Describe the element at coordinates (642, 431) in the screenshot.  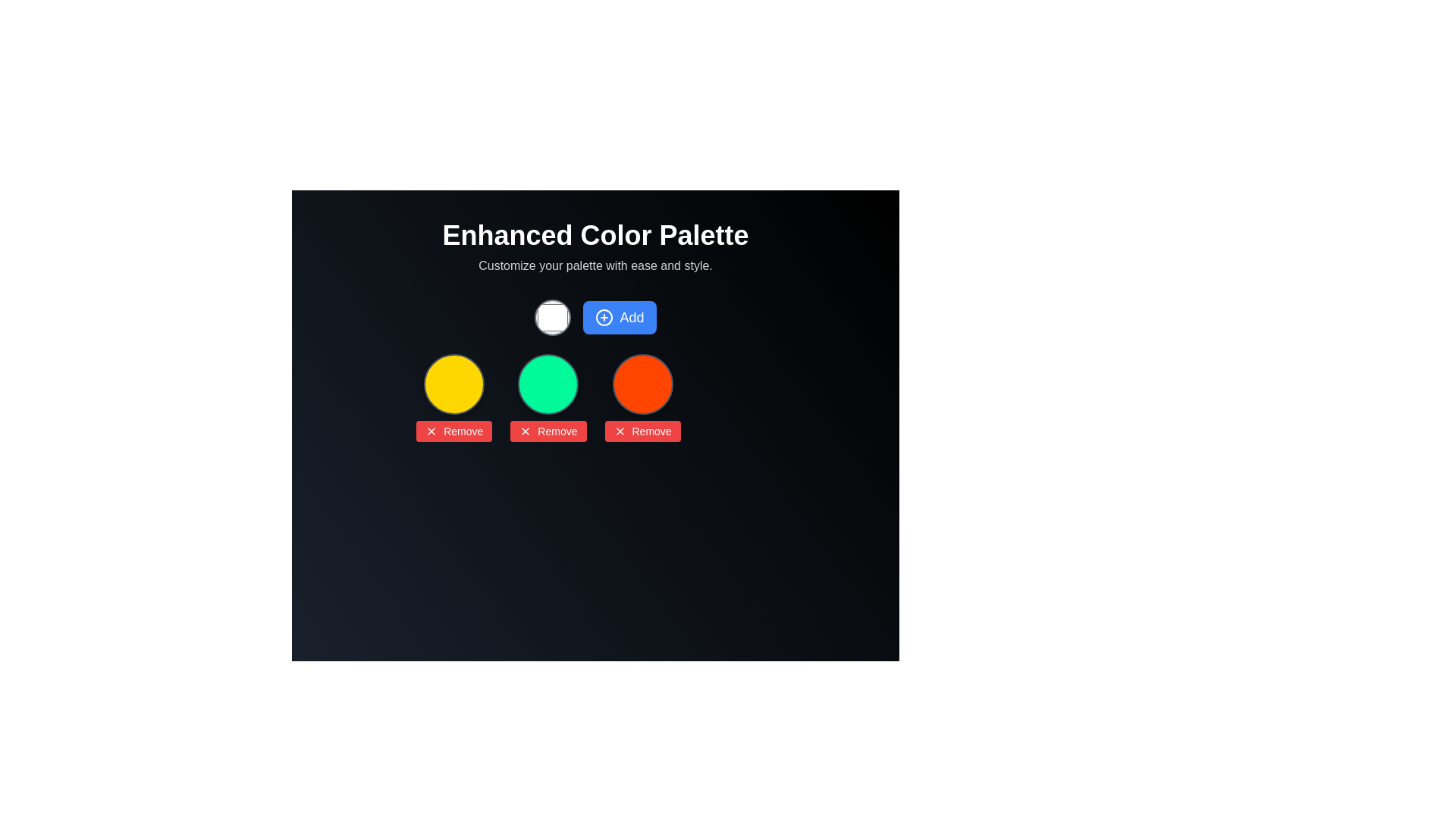
I see `the third button from the left, positioned below the orange circular icon` at that location.